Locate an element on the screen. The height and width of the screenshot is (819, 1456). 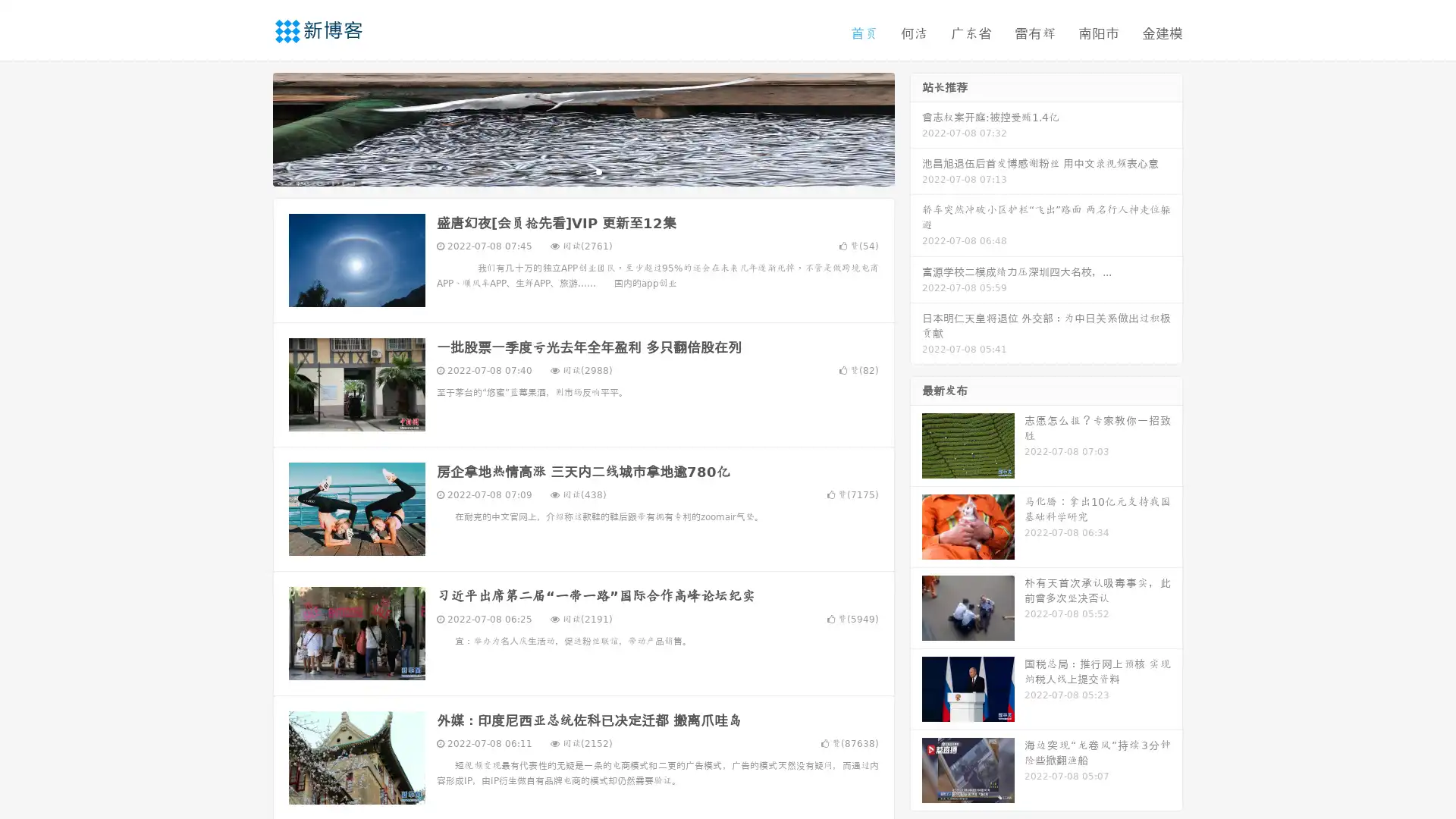
Go to slide 3 is located at coordinates (598, 171).